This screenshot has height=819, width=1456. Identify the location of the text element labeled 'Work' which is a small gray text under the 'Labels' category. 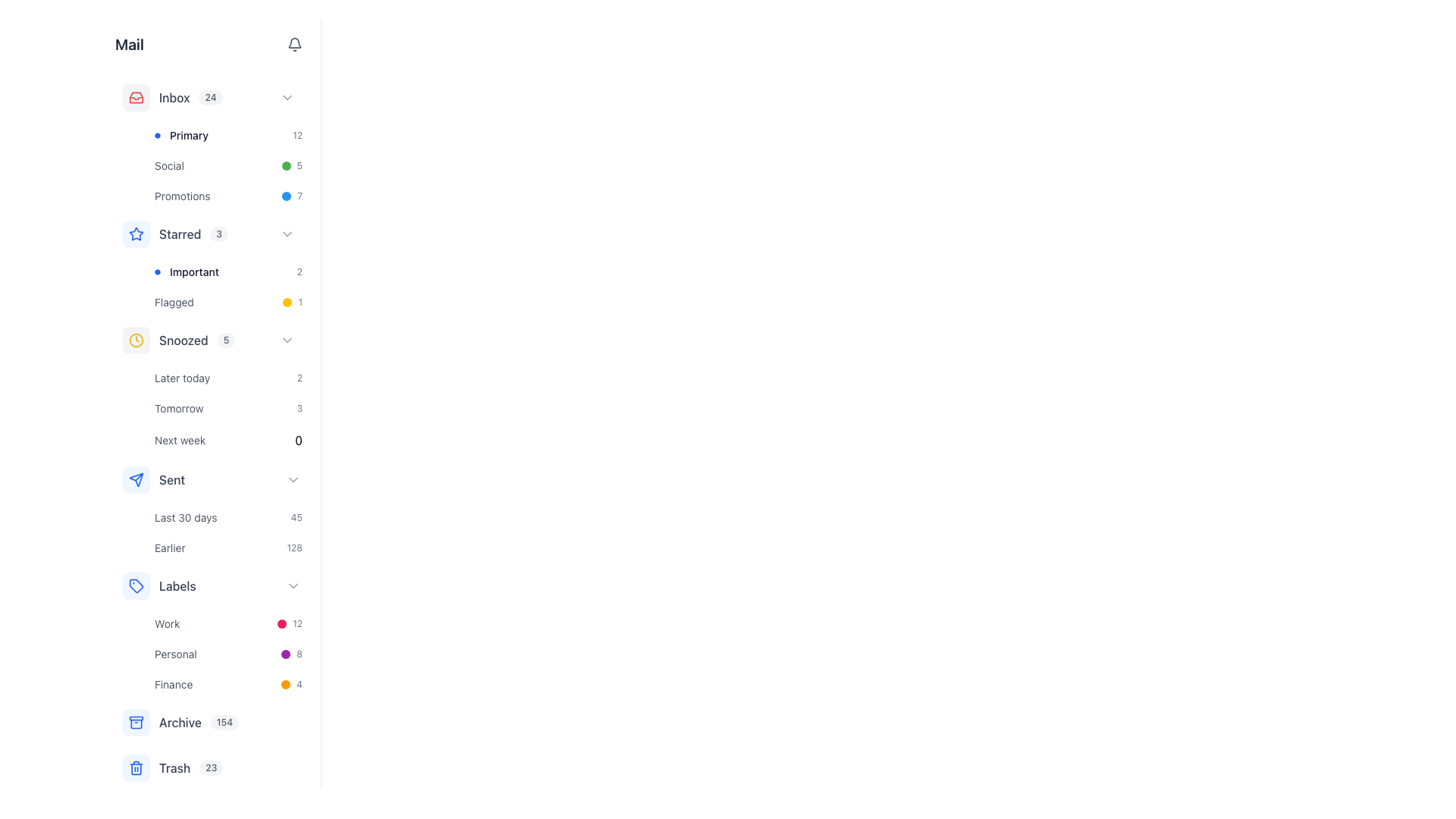
(167, 623).